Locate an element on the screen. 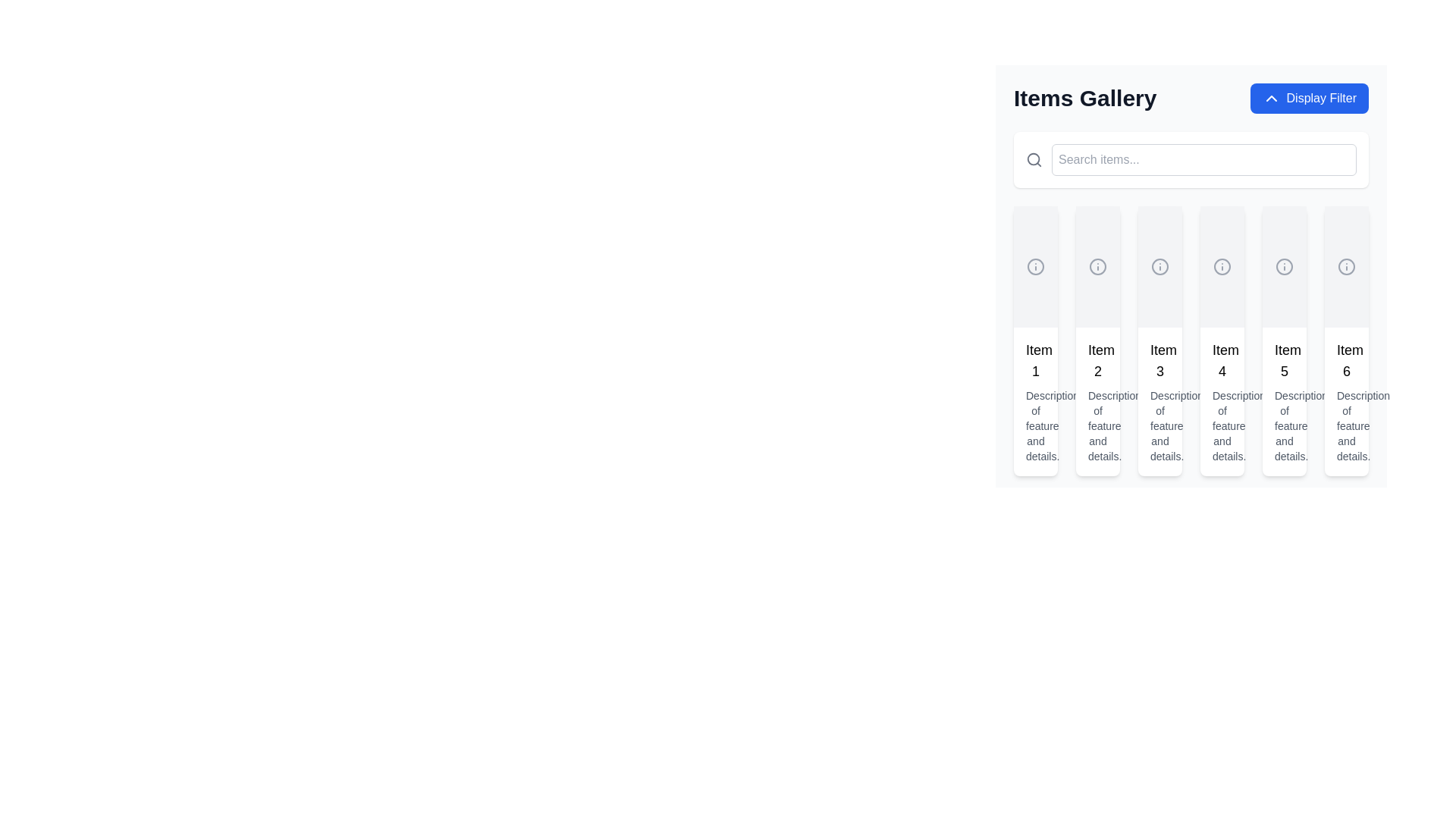 The height and width of the screenshot is (819, 1456). the icon placeholder located at the top section of the second card labeled 'Item 2' in the grid layout is located at coordinates (1098, 265).